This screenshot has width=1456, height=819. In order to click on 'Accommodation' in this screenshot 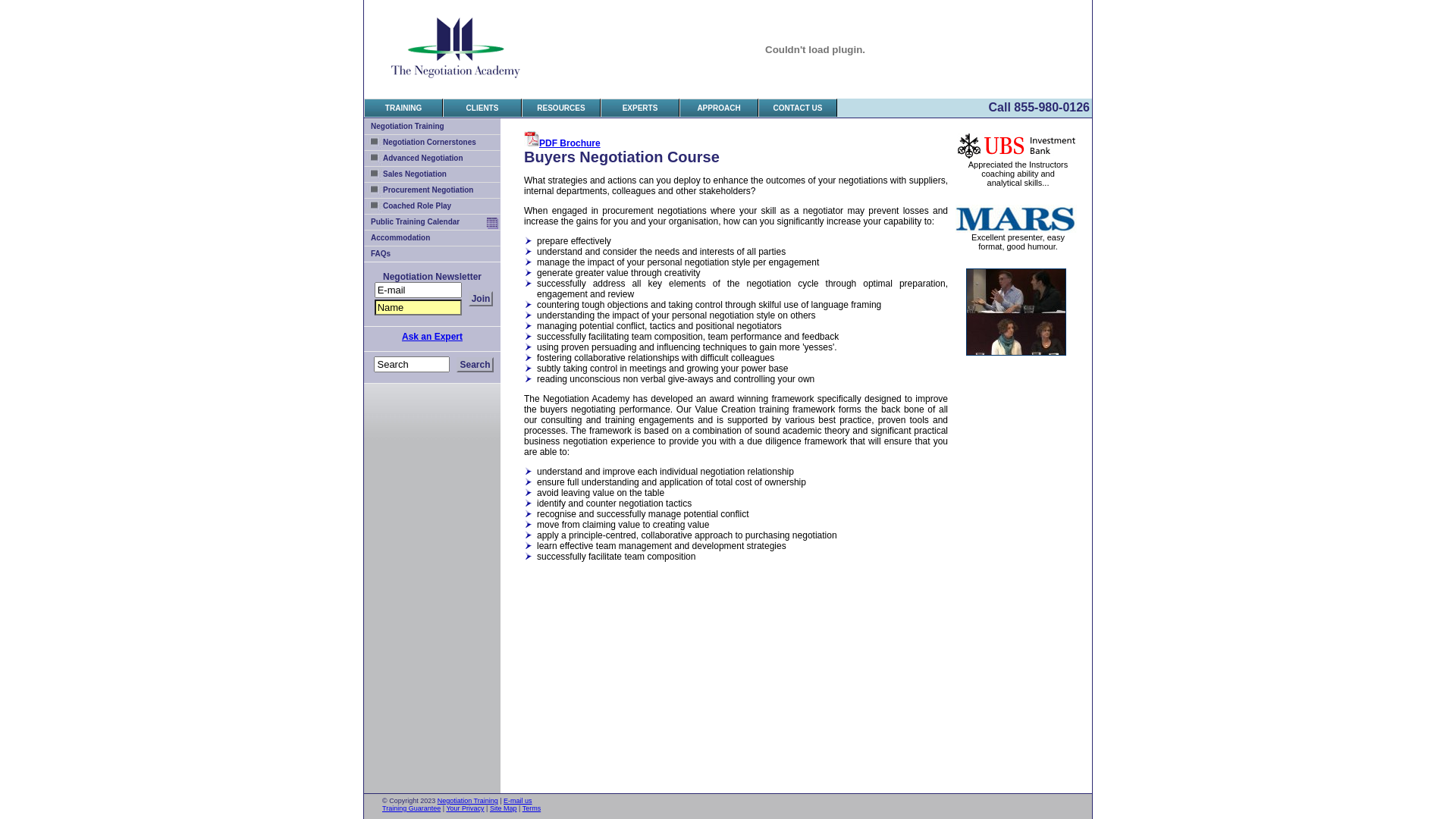, I will do `click(431, 237)`.